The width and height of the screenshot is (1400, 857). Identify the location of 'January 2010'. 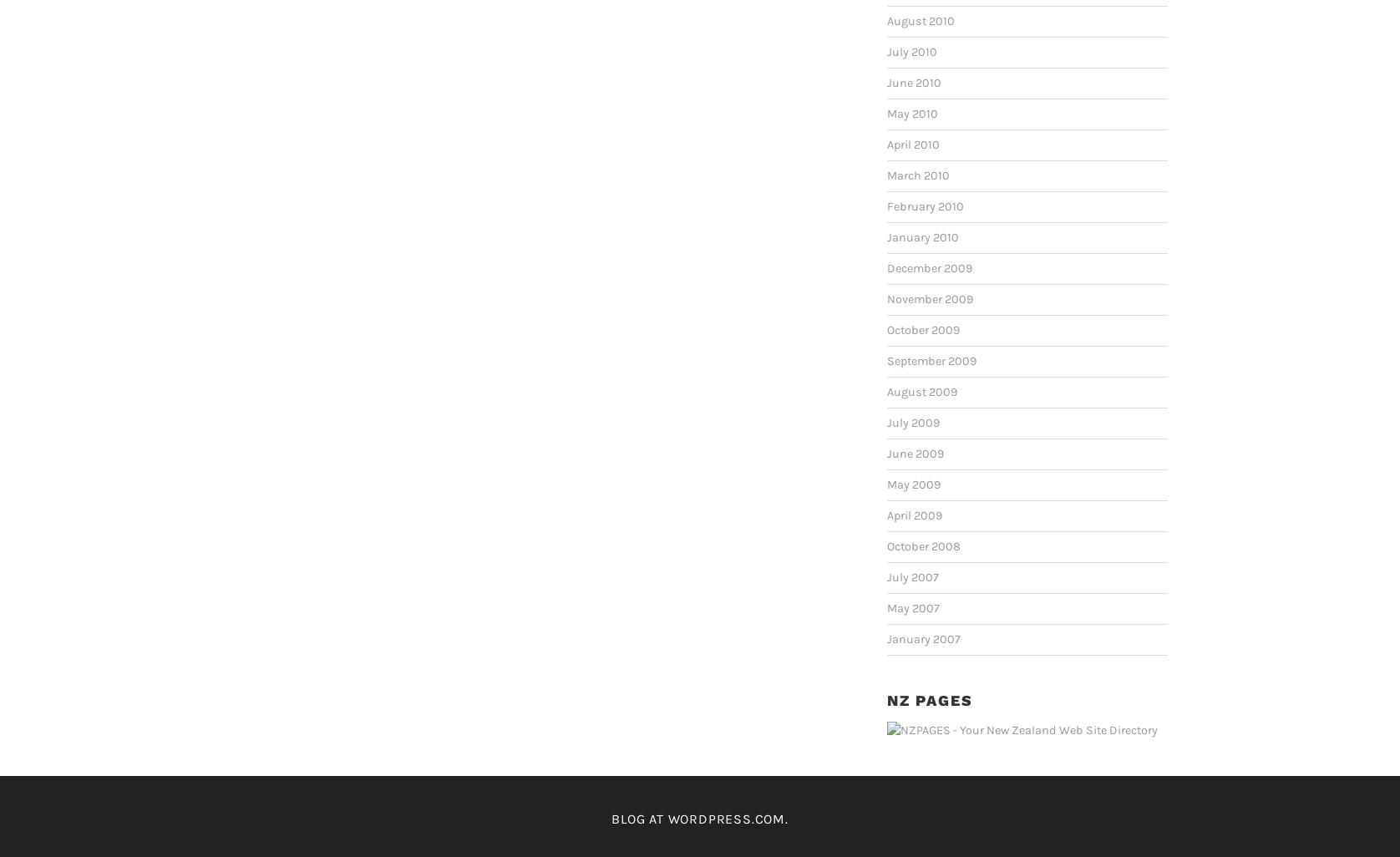
(921, 236).